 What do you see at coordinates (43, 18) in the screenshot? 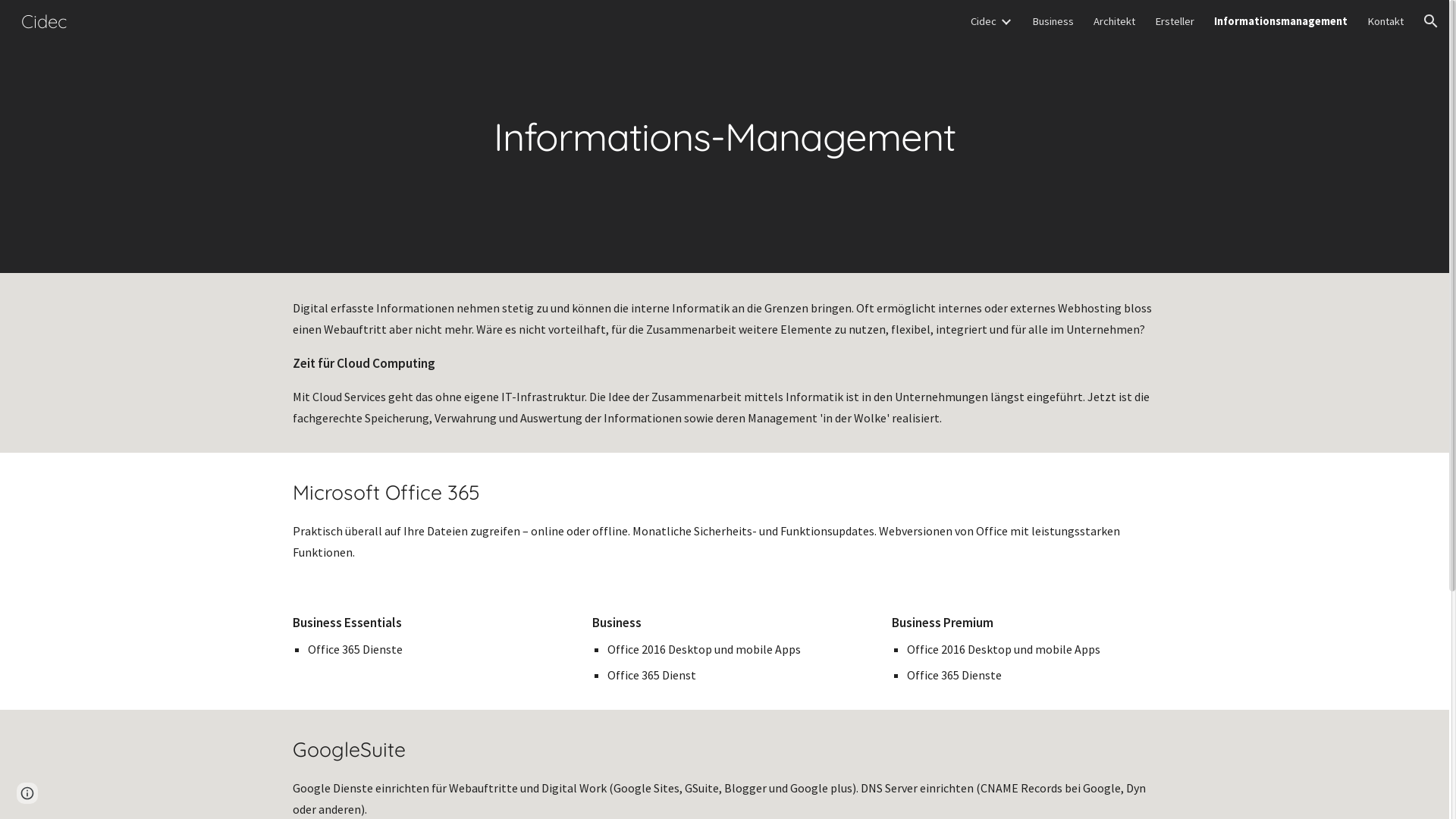
I see `'Cidec'` at bounding box center [43, 18].